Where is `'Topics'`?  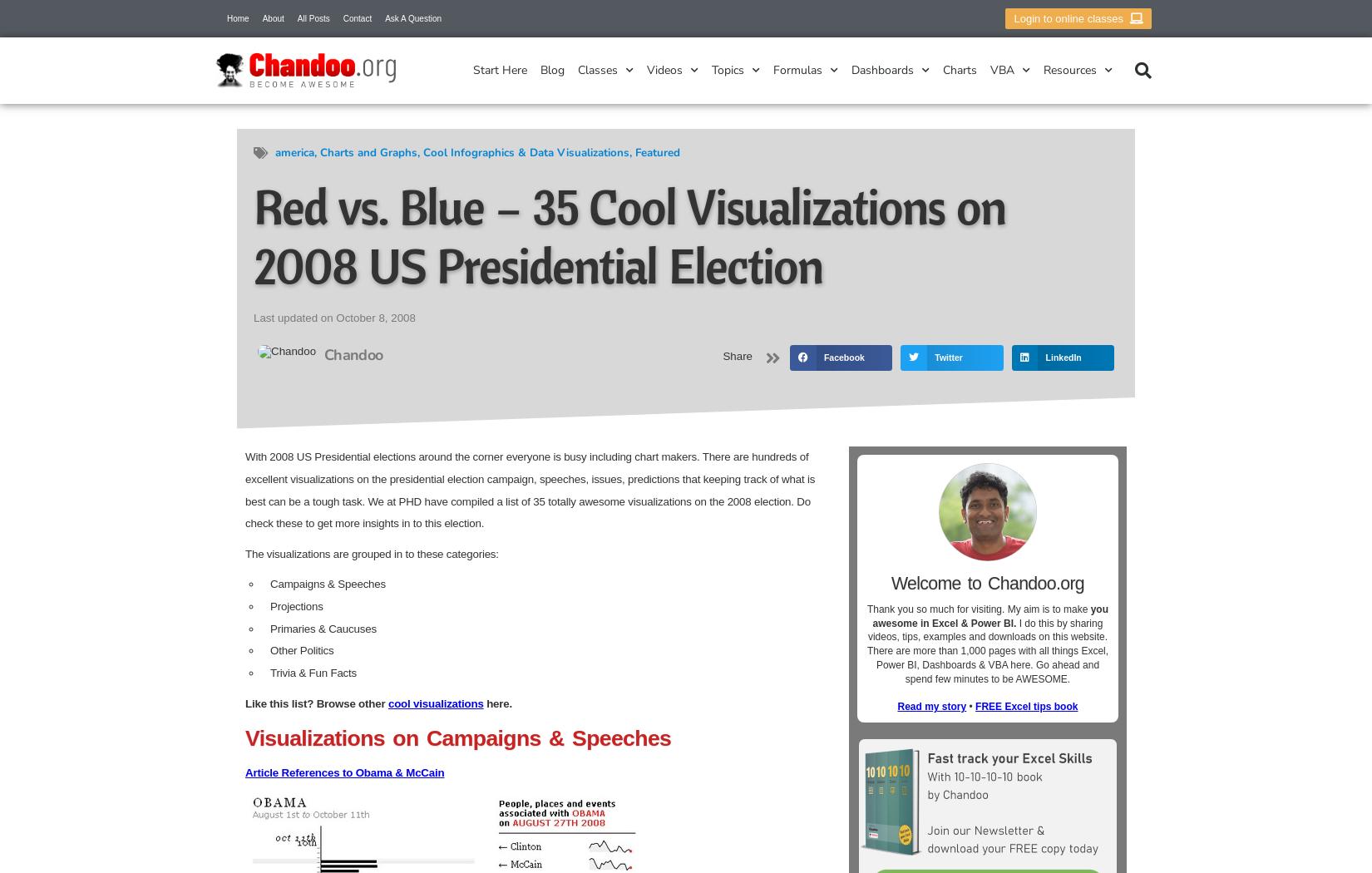 'Topics' is located at coordinates (712, 70).